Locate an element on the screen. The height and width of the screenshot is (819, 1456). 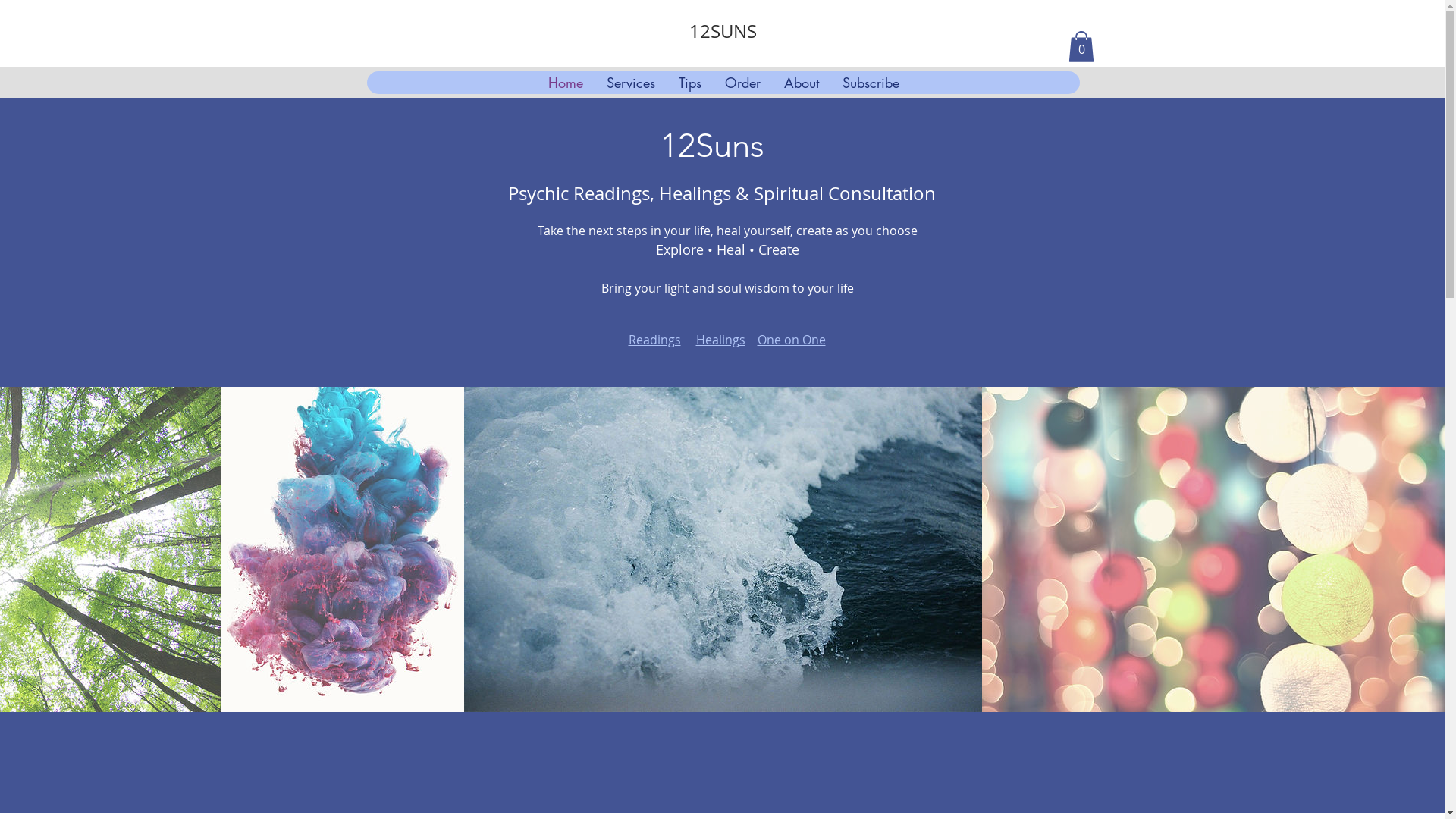
'Readings' is located at coordinates (628, 338).